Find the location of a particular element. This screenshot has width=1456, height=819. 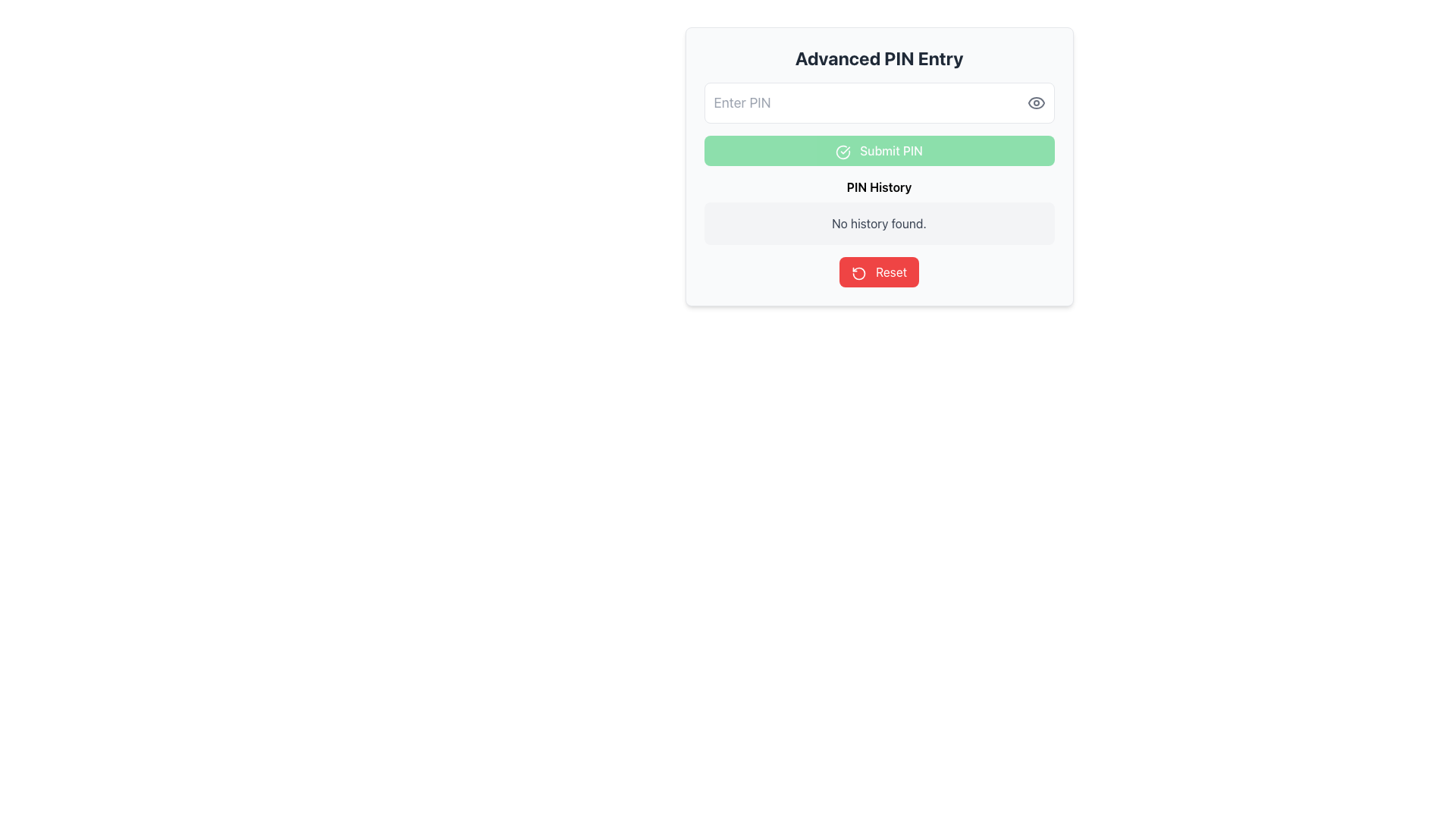

the circular green icon with a white checkmark located to the left of the 'Submit PIN' text within the green button is located at coordinates (843, 152).